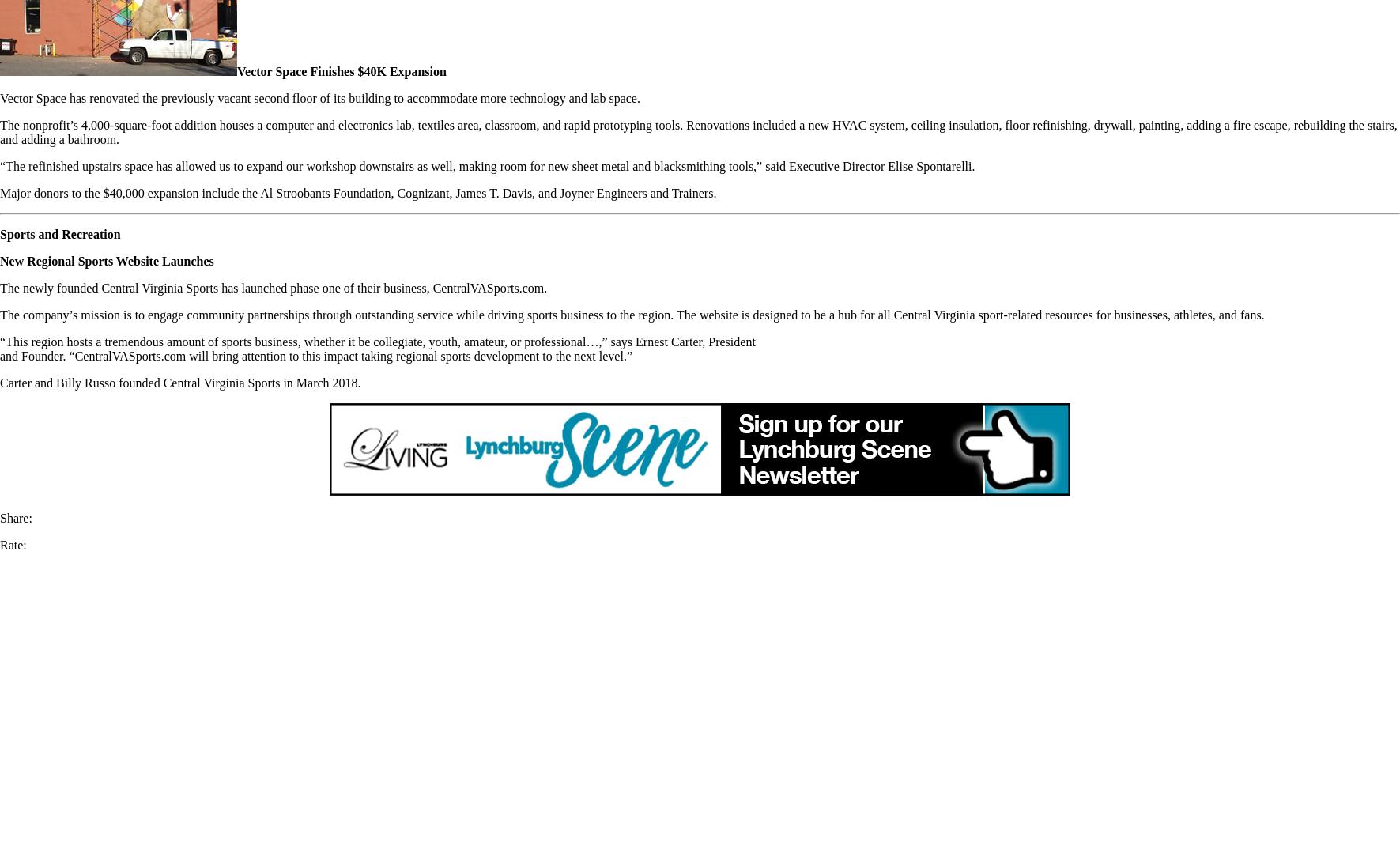 The image size is (1400, 842). I want to click on 'Rate:', so click(12, 545).